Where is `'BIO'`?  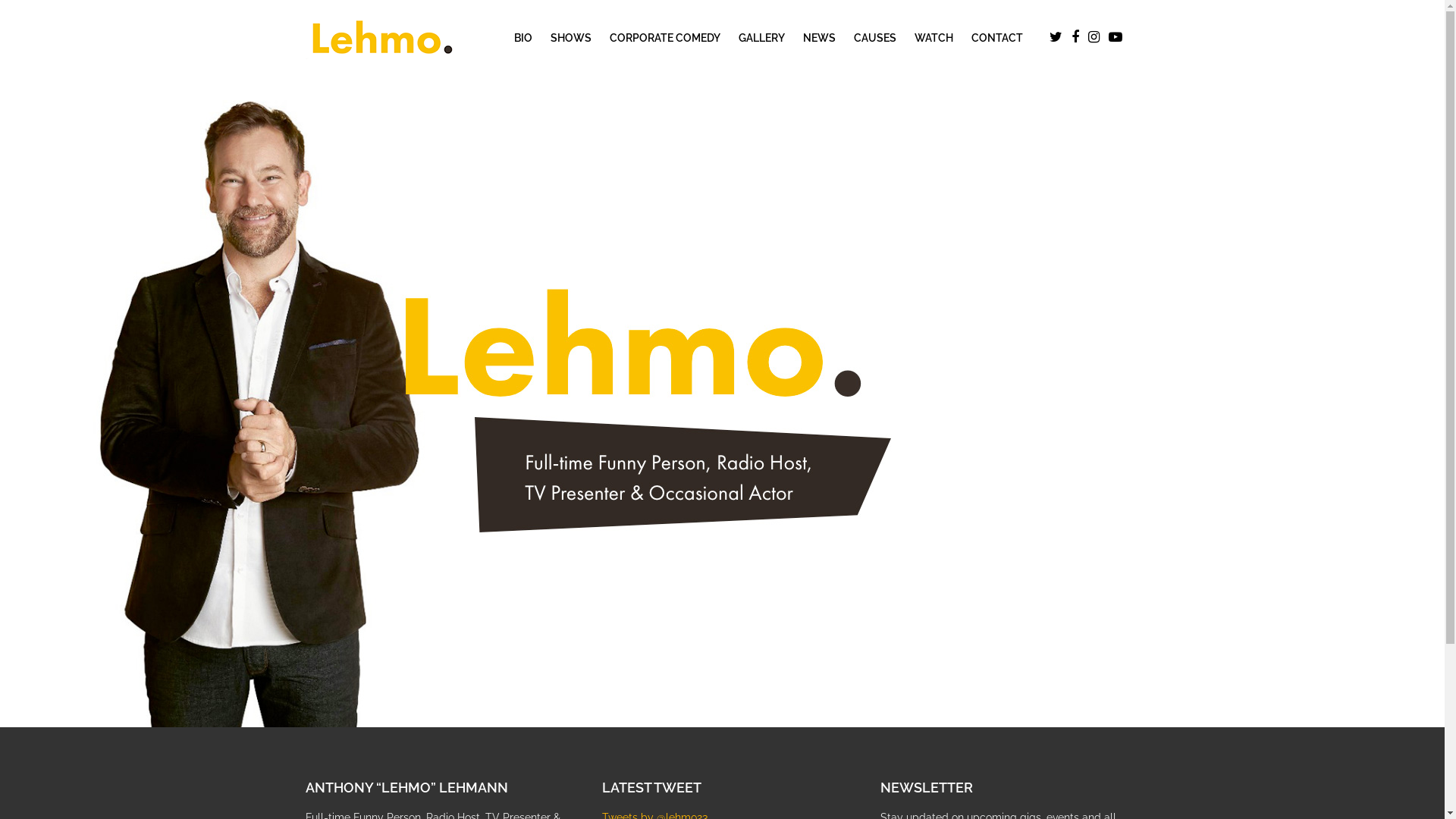 'BIO' is located at coordinates (523, 37).